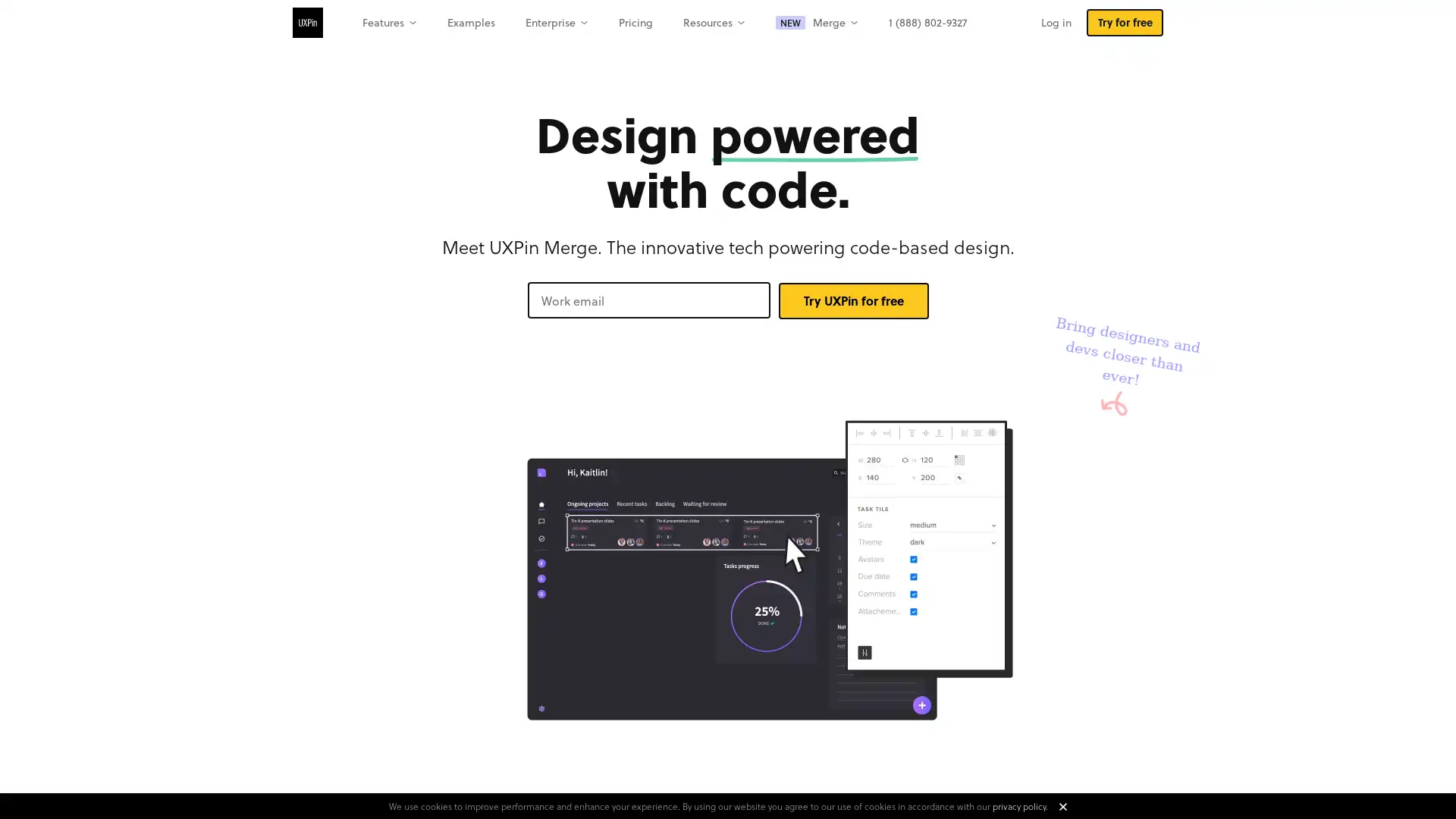 This screenshot has height=819, width=1456. I want to click on Close, so click(1062, 806).